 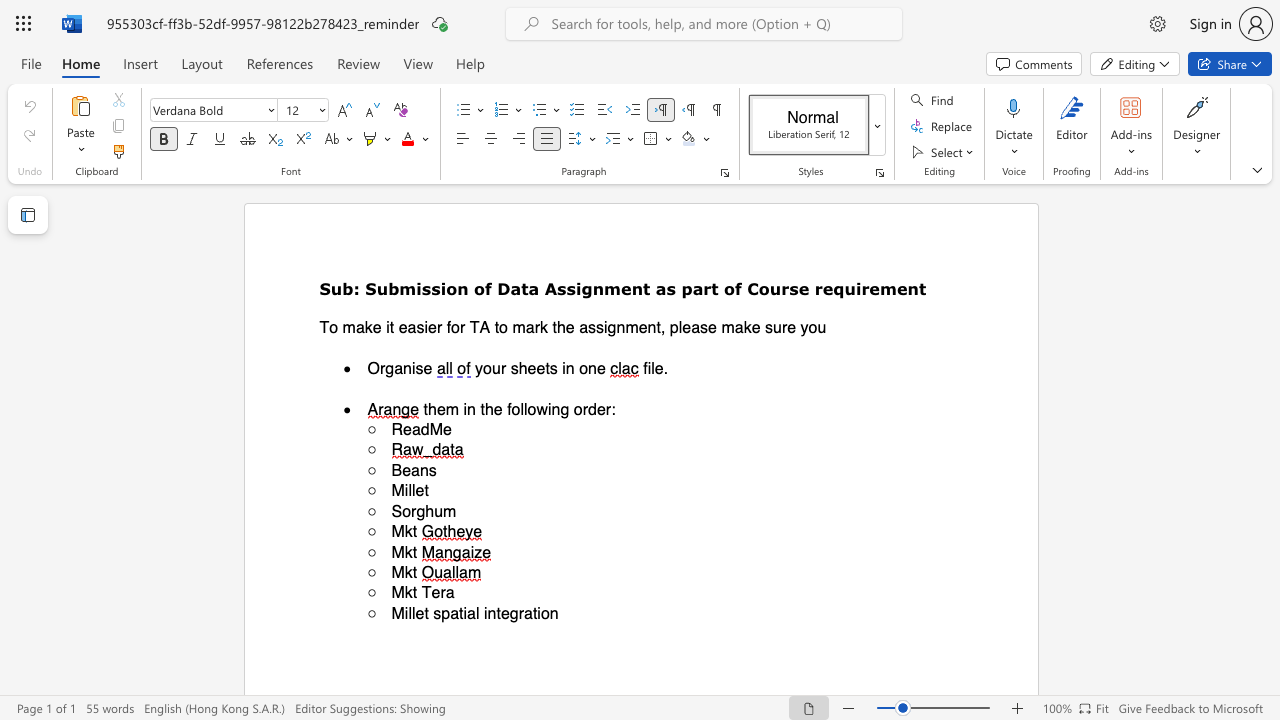 What do you see at coordinates (456, 288) in the screenshot?
I see `the subset text "n of" within the text "Sub: Submission of"` at bounding box center [456, 288].